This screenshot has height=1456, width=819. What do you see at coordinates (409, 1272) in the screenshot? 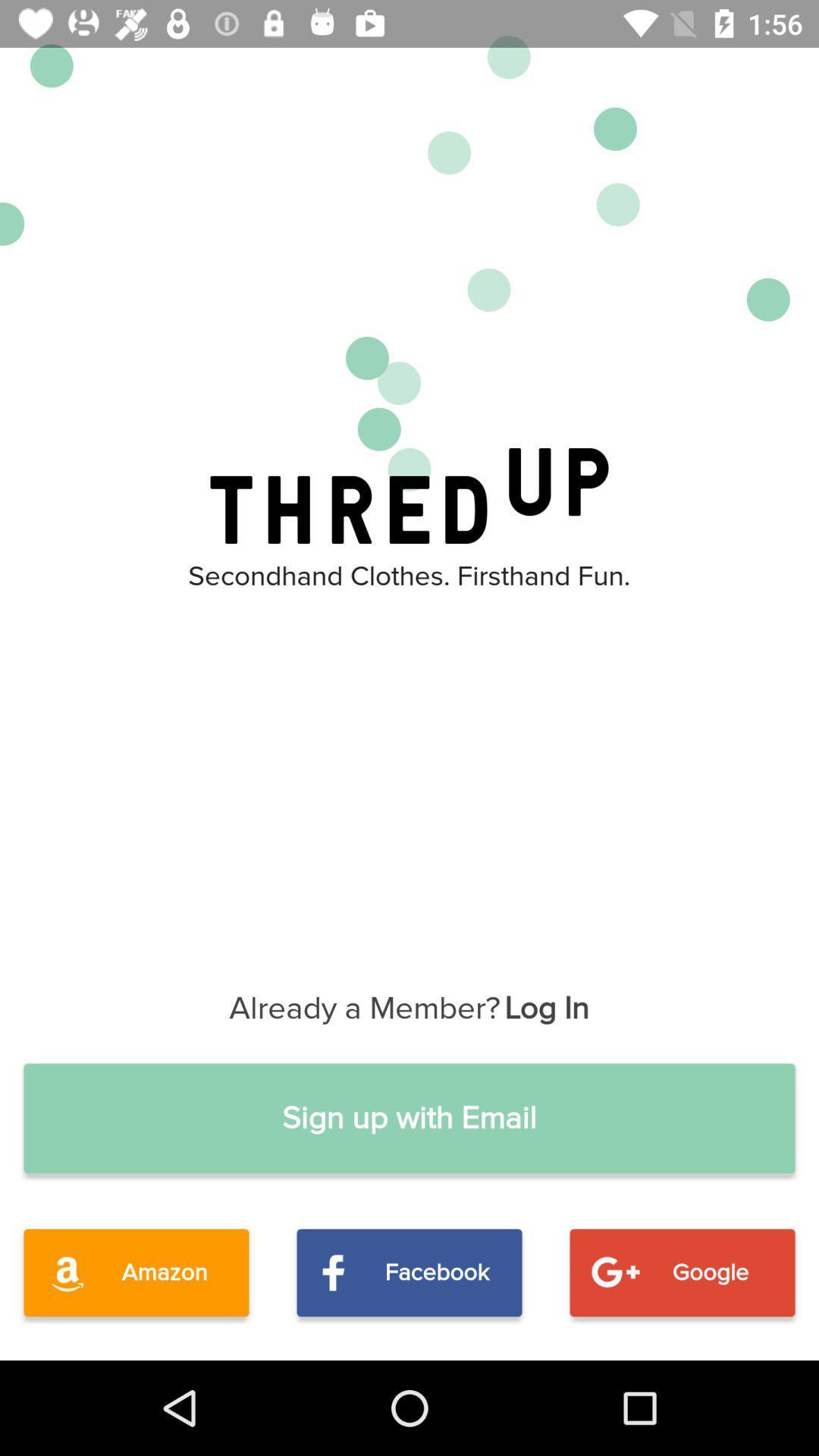
I see `facebook item` at bounding box center [409, 1272].